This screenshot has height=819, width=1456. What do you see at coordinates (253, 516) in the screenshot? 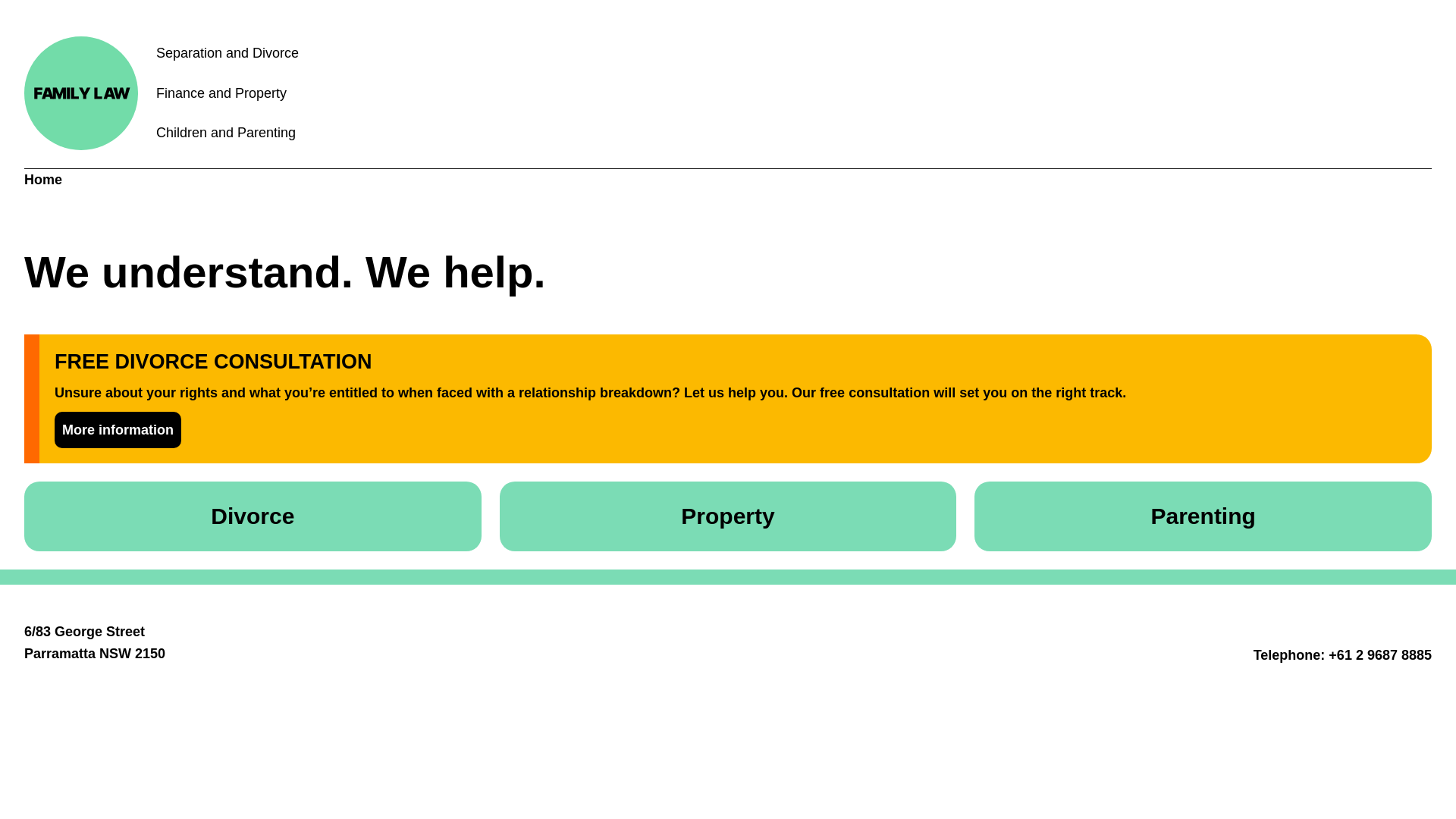
I see `'Divorce'` at bounding box center [253, 516].